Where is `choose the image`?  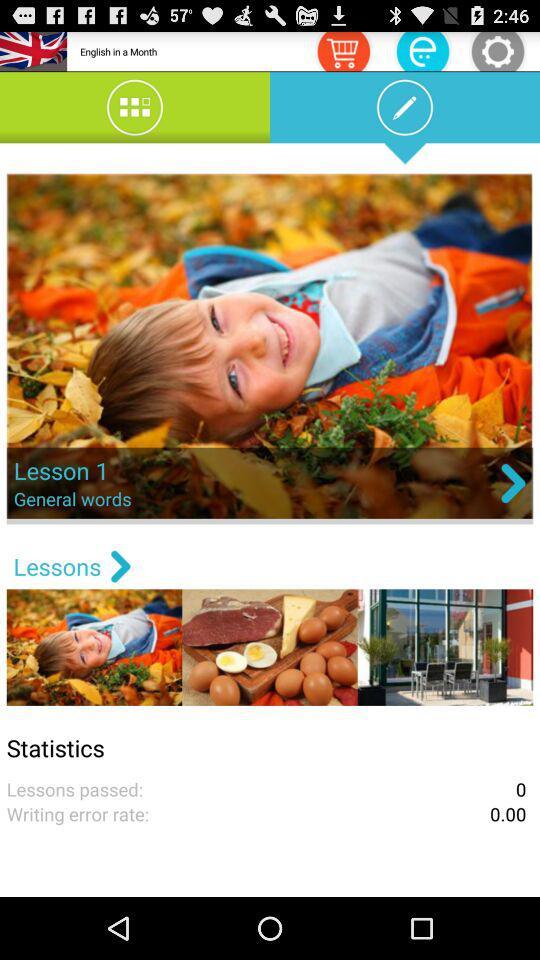 choose the image is located at coordinates (270, 348).